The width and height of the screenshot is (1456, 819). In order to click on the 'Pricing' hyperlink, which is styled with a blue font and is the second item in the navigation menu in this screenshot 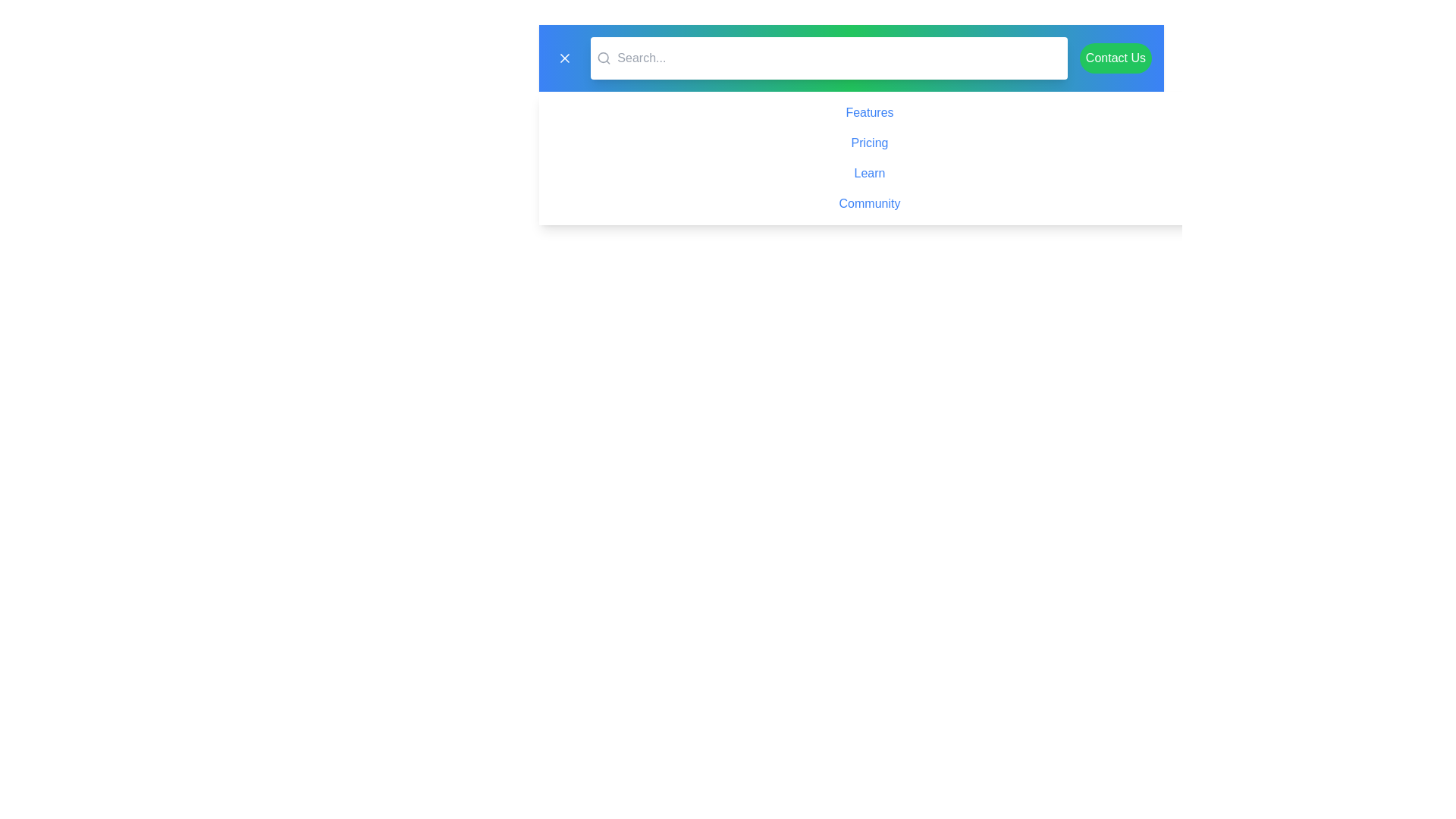, I will do `click(870, 143)`.